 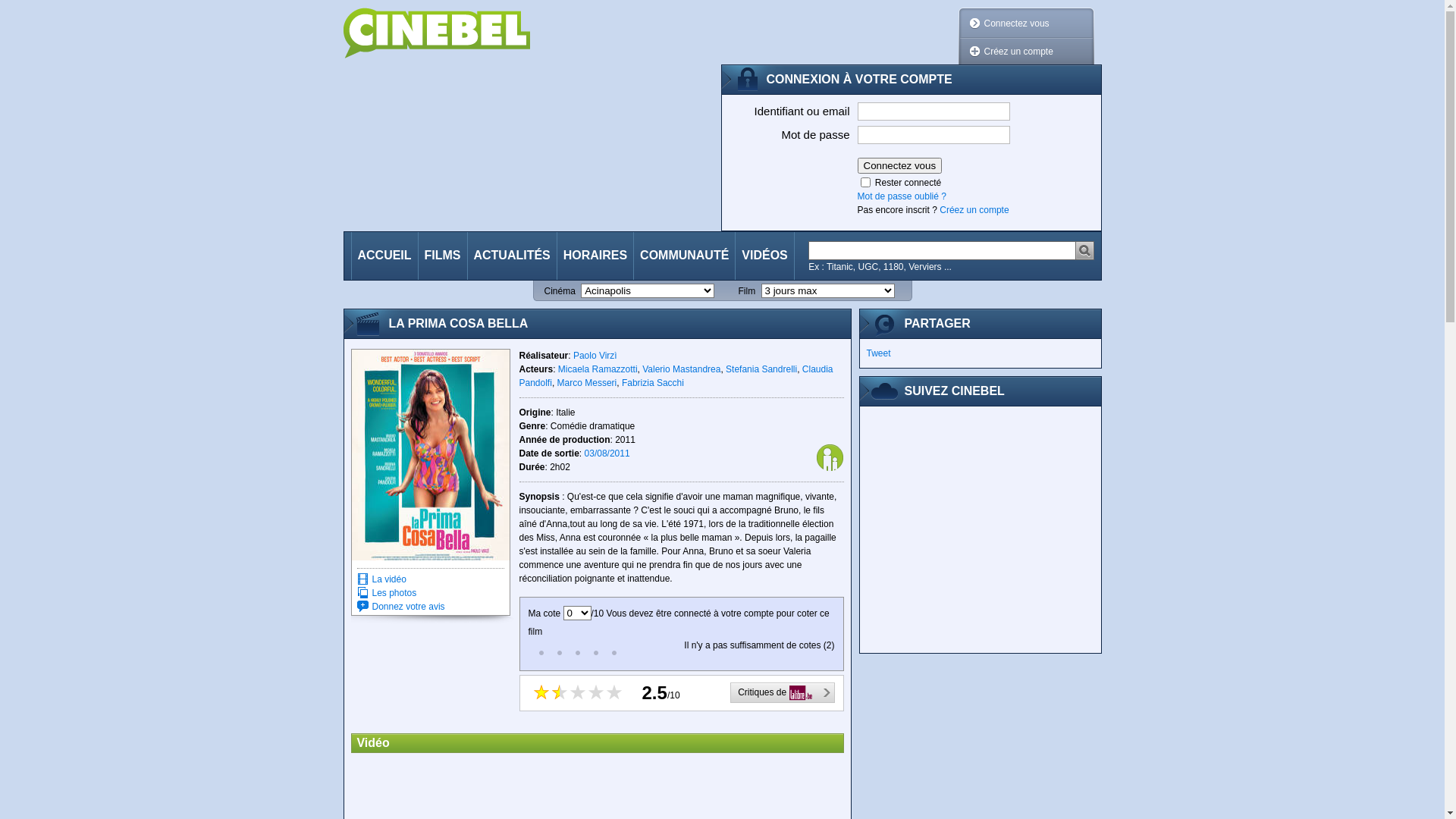 What do you see at coordinates (394, 592) in the screenshot?
I see `'Les photos'` at bounding box center [394, 592].